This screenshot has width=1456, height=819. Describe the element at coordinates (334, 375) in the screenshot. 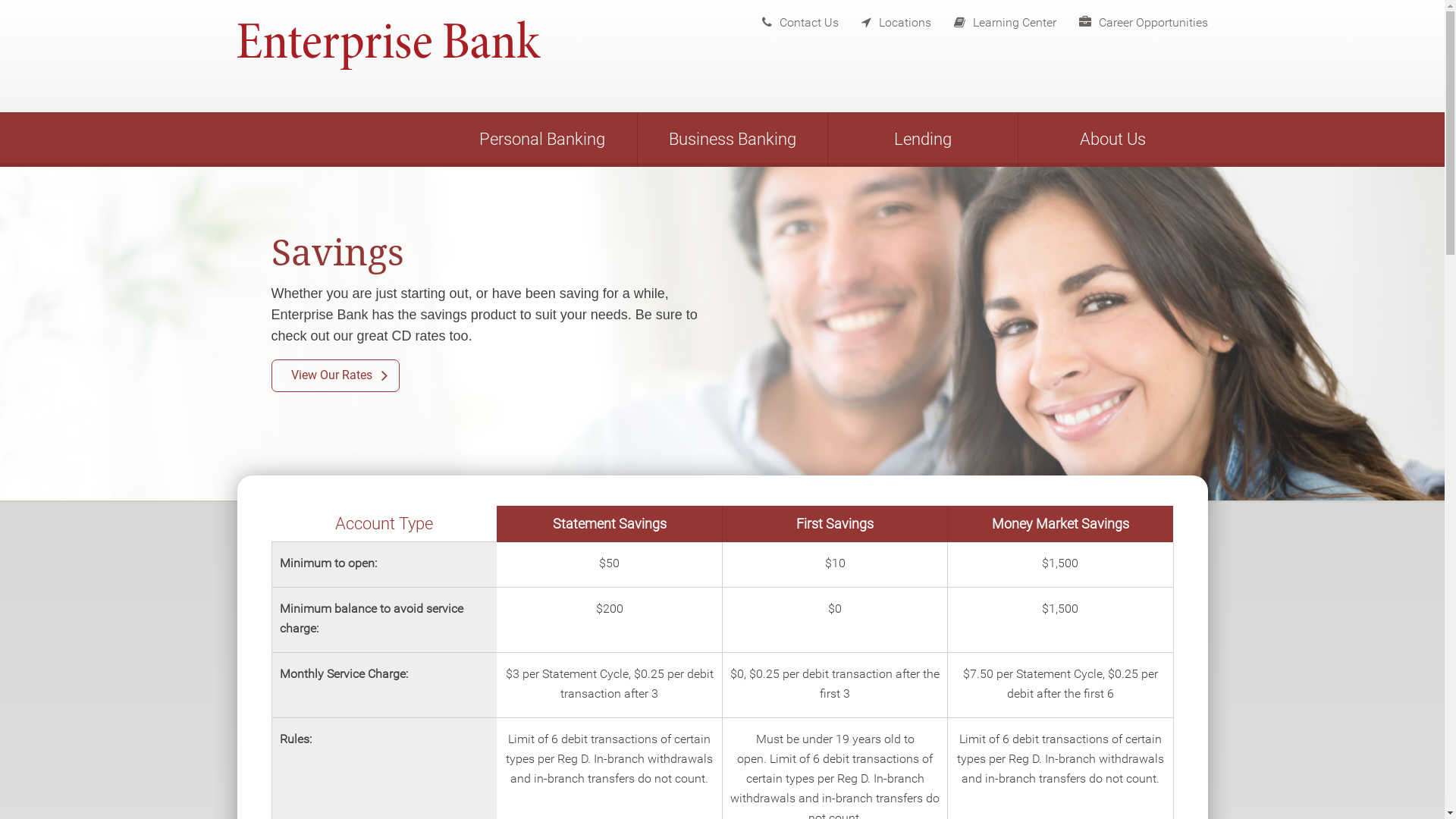

I see `'View Our Rates'` at that location.